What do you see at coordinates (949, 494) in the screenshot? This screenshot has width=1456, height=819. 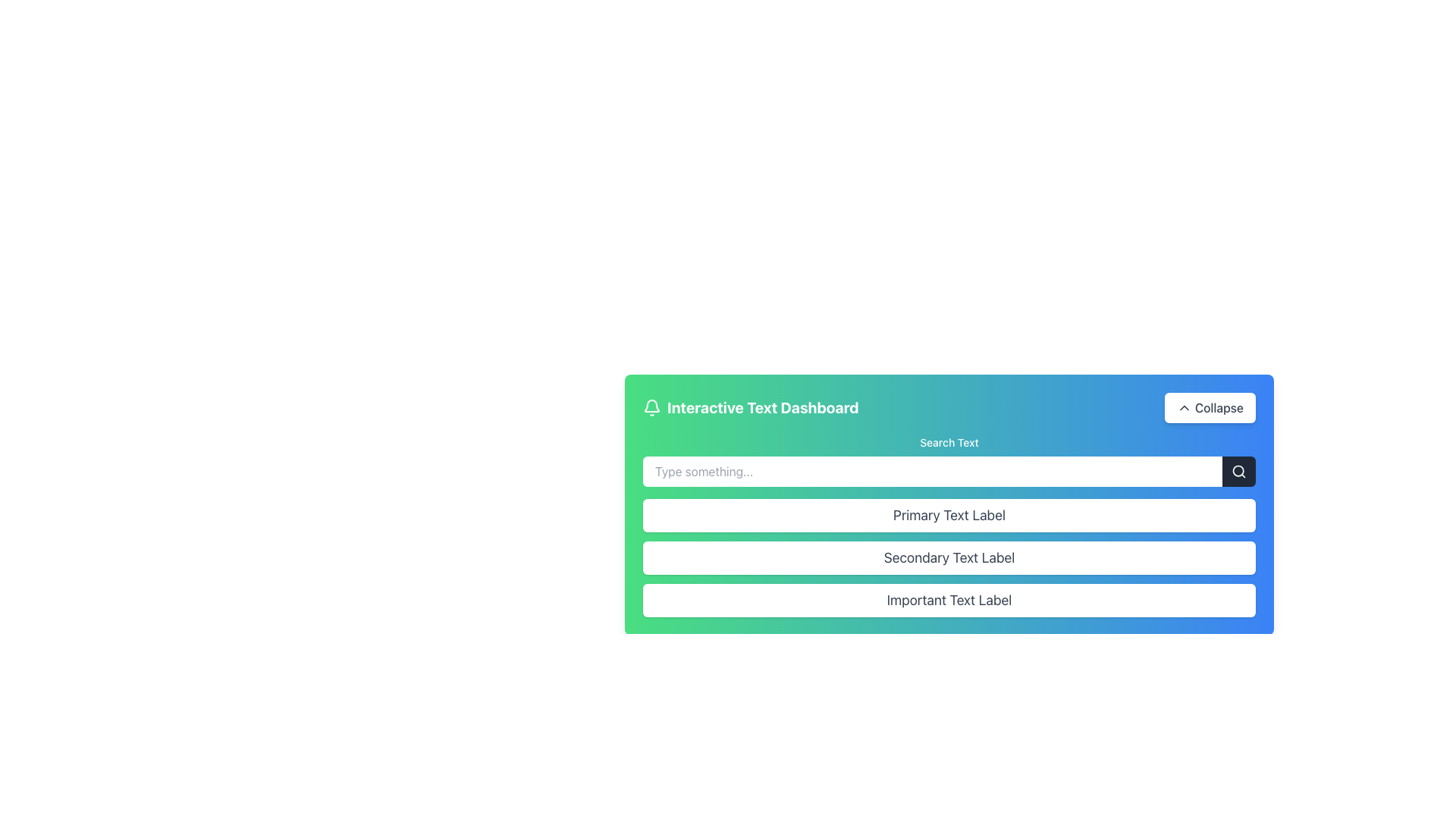 I see `text content of the Text Label located in the middle section of the dashboard interface, beneath the search input field` at bounding box center [949, 494].